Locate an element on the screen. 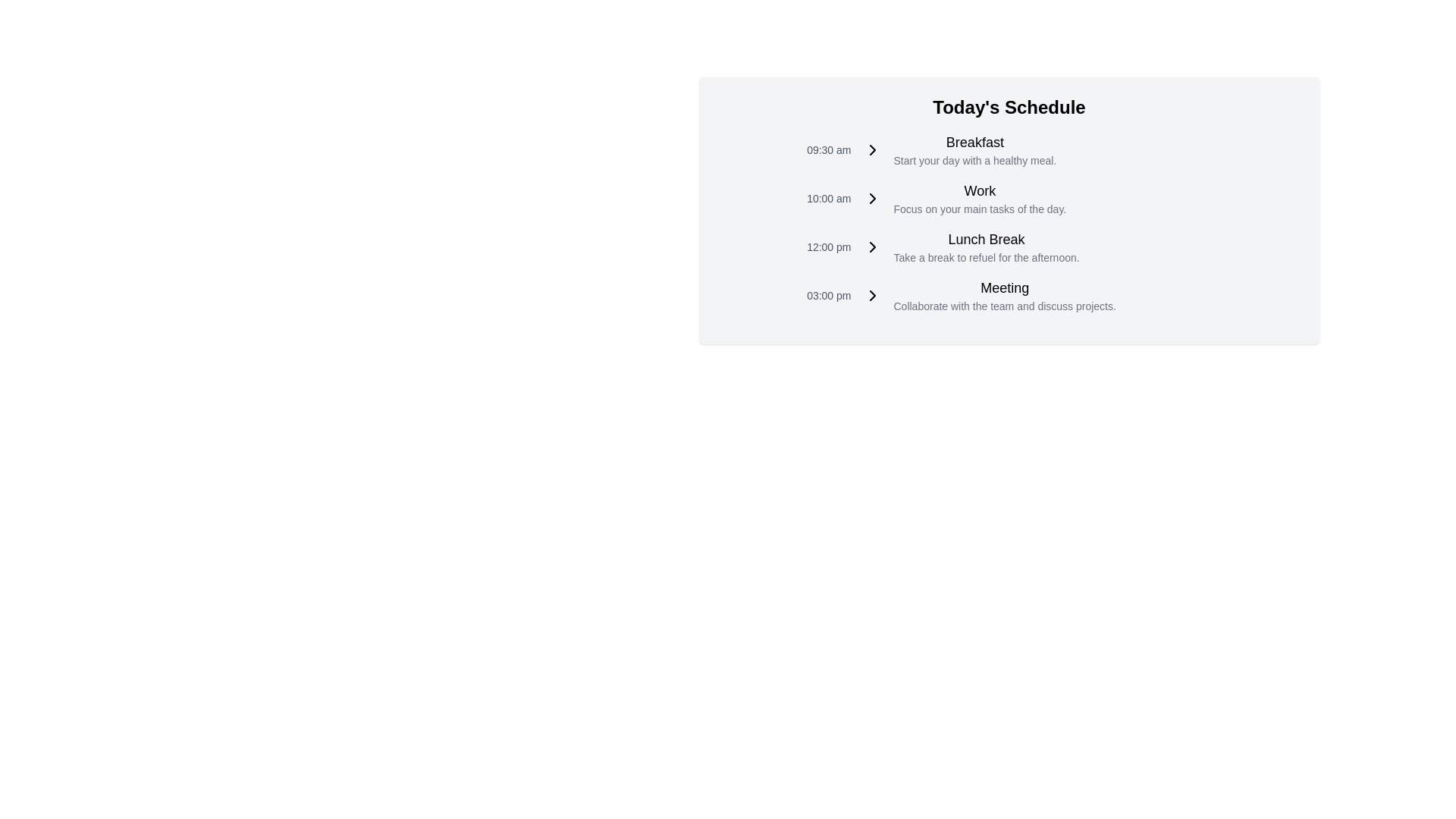 The height and width of the screenshot is (819, 1456). the text element styled in smaller gray text that reads 'Take a break to refuel for the afternoon,' located under the 'Lunch Break' heading in the 'Today's Schedule' panel is located at coordinates (986, 256).